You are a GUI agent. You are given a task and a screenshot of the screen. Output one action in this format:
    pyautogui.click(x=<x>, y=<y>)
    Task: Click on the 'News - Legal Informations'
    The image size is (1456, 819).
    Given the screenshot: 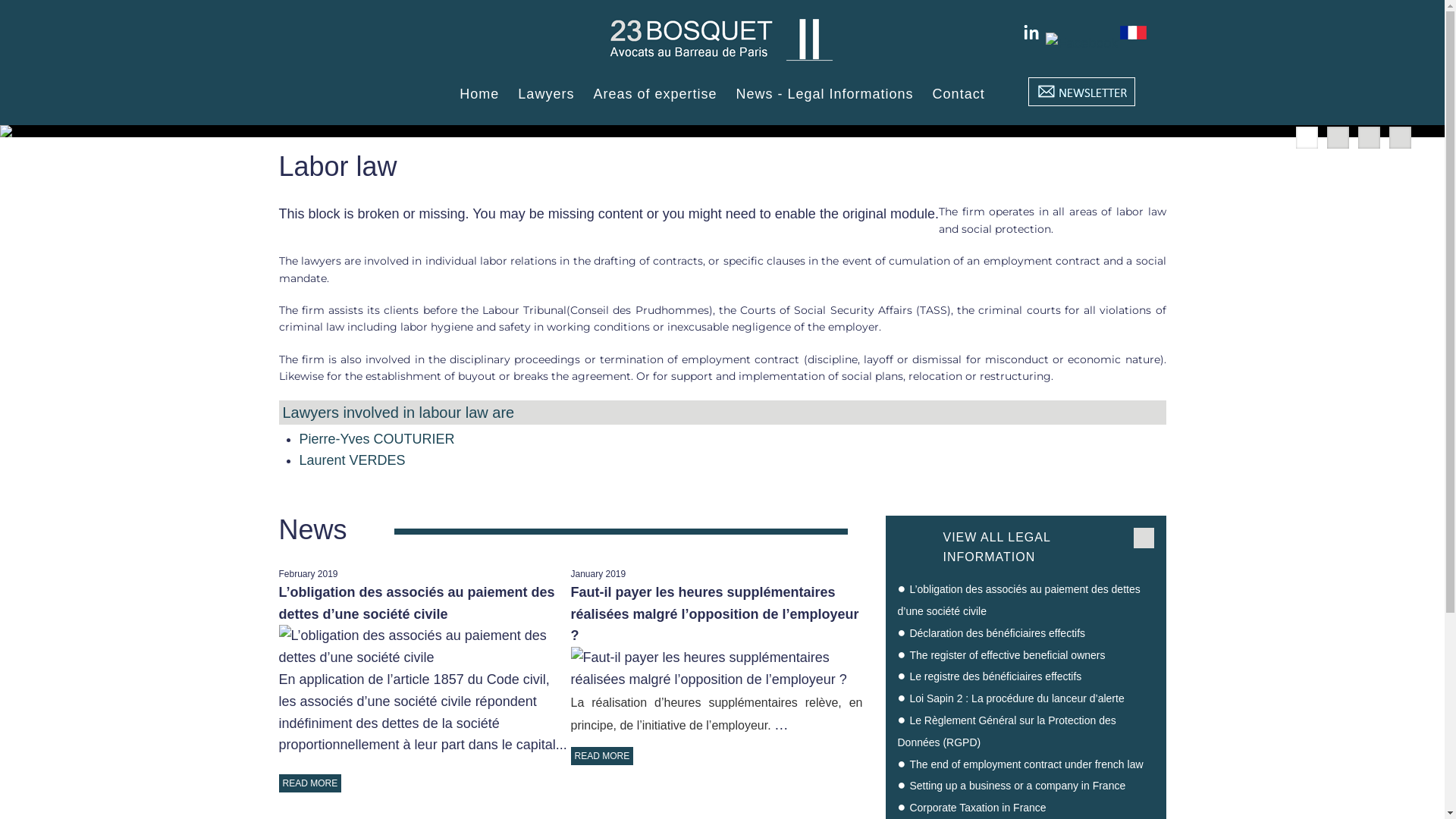 What is the action you would take?
    pyautogui.click(x=728, y=94)
    